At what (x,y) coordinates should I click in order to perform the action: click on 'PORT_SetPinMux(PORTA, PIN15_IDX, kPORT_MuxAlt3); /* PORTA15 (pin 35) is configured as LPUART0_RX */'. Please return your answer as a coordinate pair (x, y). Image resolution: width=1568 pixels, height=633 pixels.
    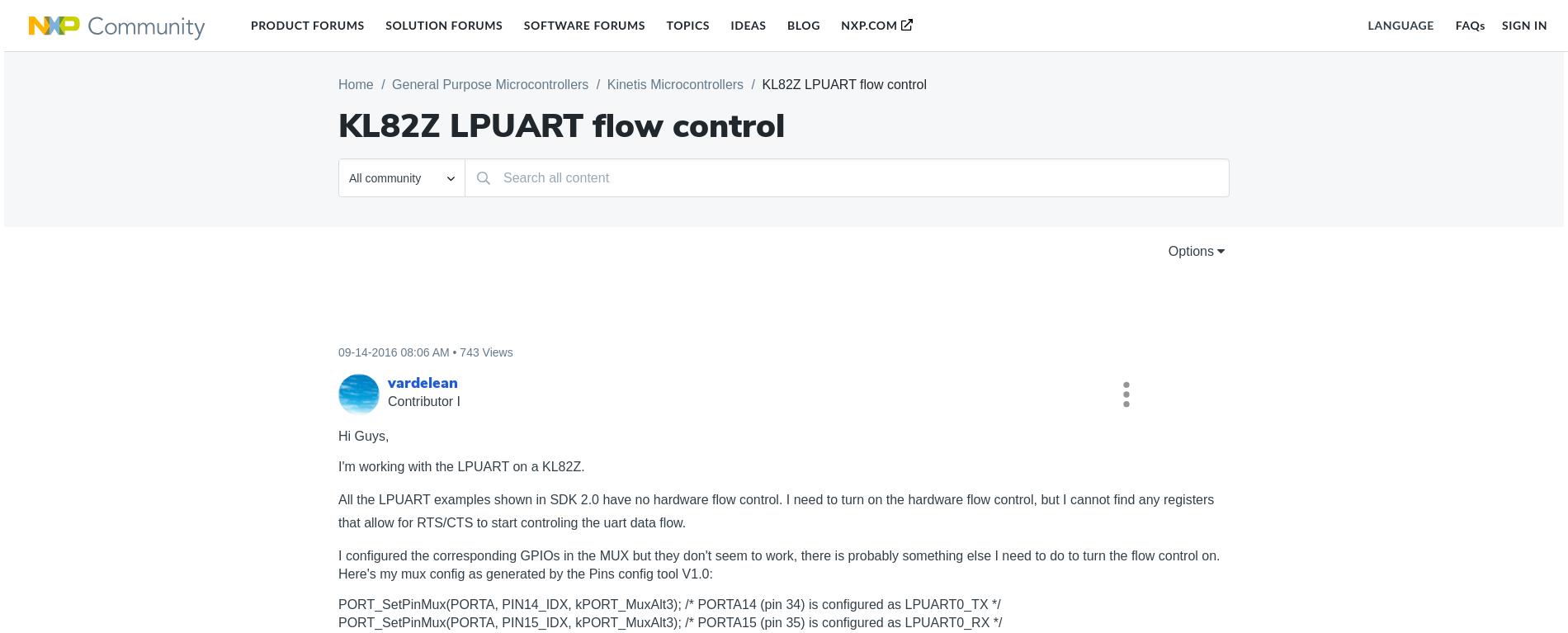
    Looking at the image, I should click on (669, 621).